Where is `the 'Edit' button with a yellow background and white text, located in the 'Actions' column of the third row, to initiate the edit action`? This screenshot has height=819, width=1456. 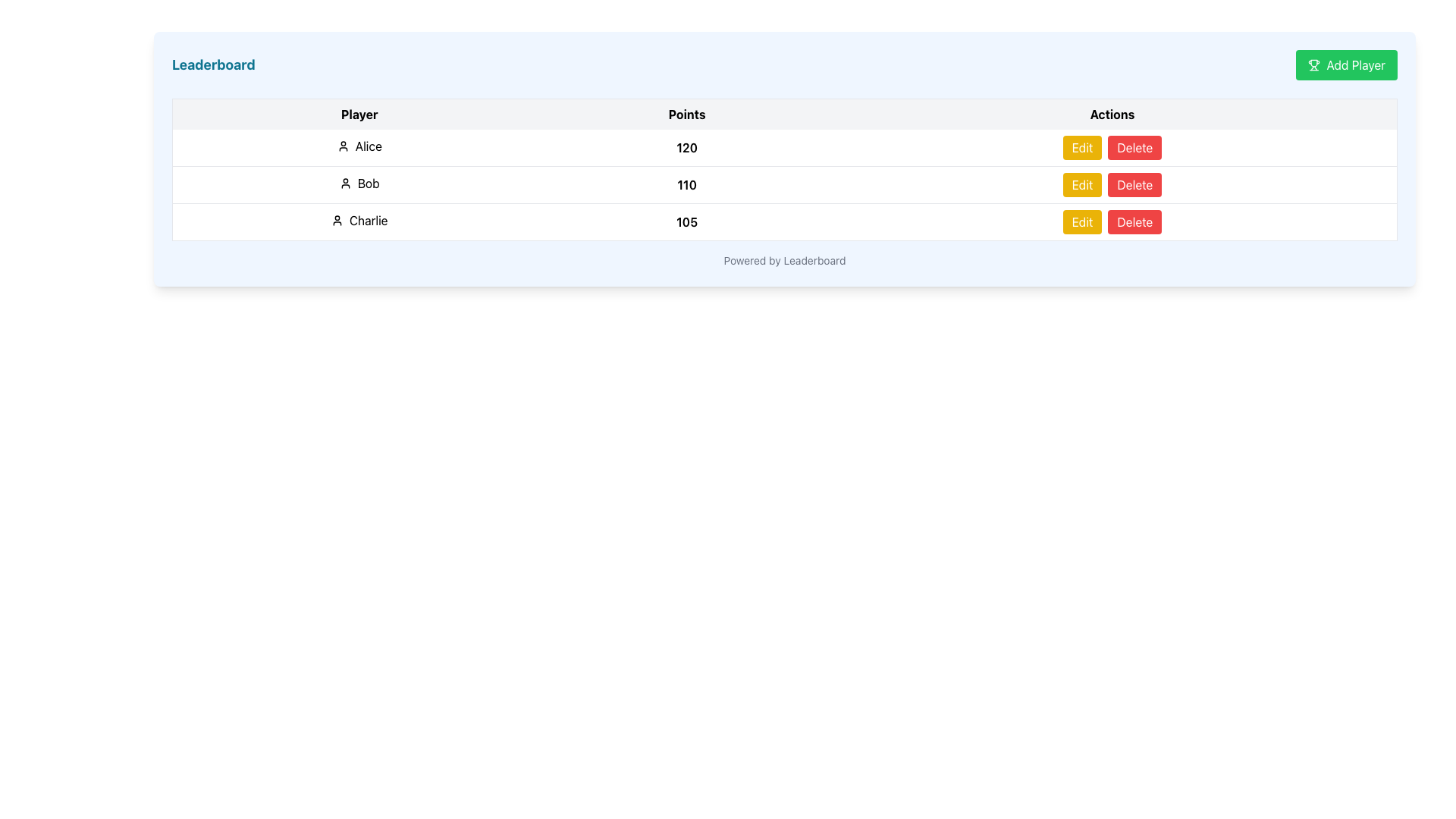
the 'Edit' button with a yellow background and white text, located in the 'Actions' column of the third row, to initiate the edit action is located at coordinates (1081, 222).